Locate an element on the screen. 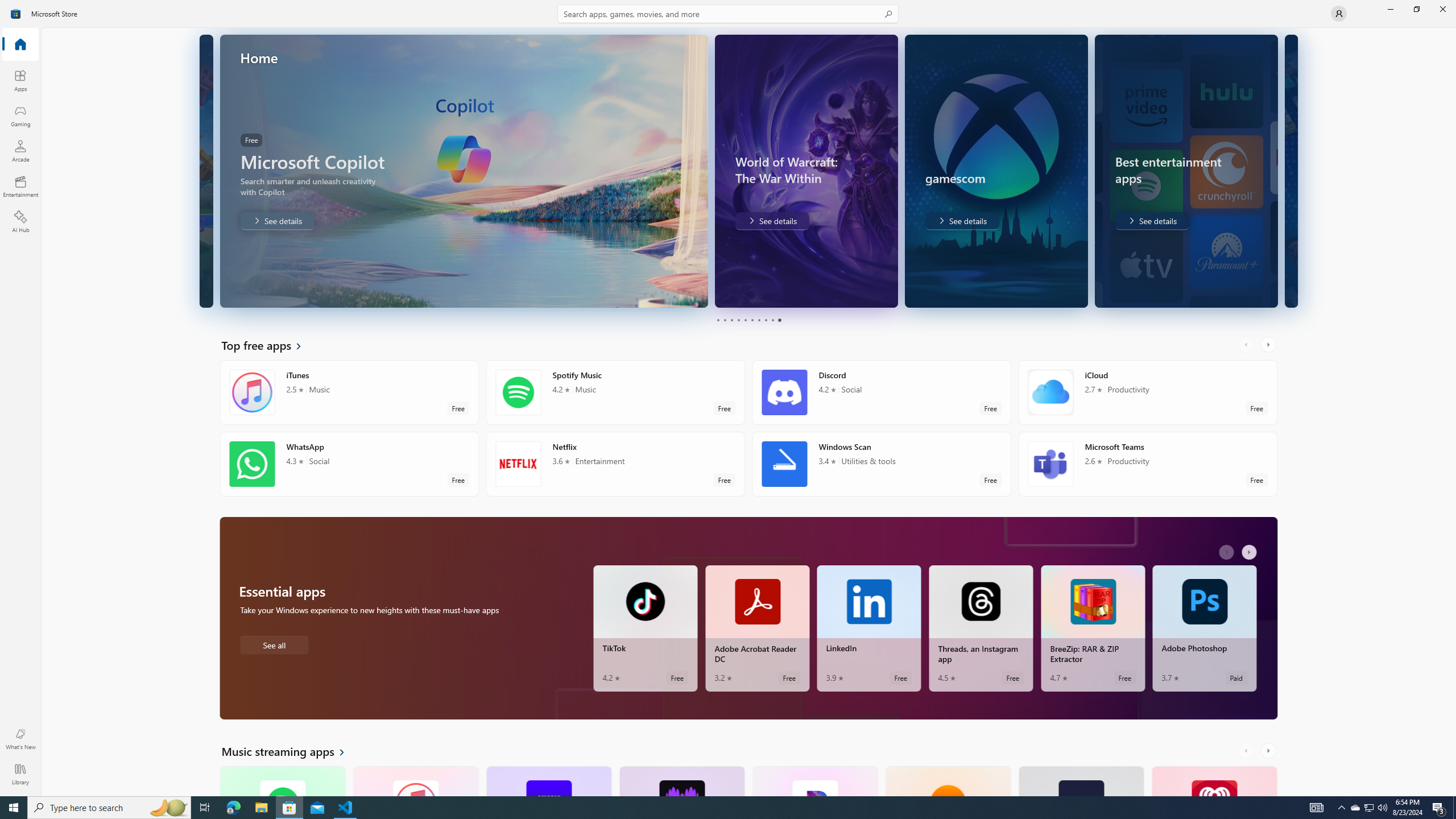 The image size is (1456, 819). 'Pager' is located at coordinates (748, 320).